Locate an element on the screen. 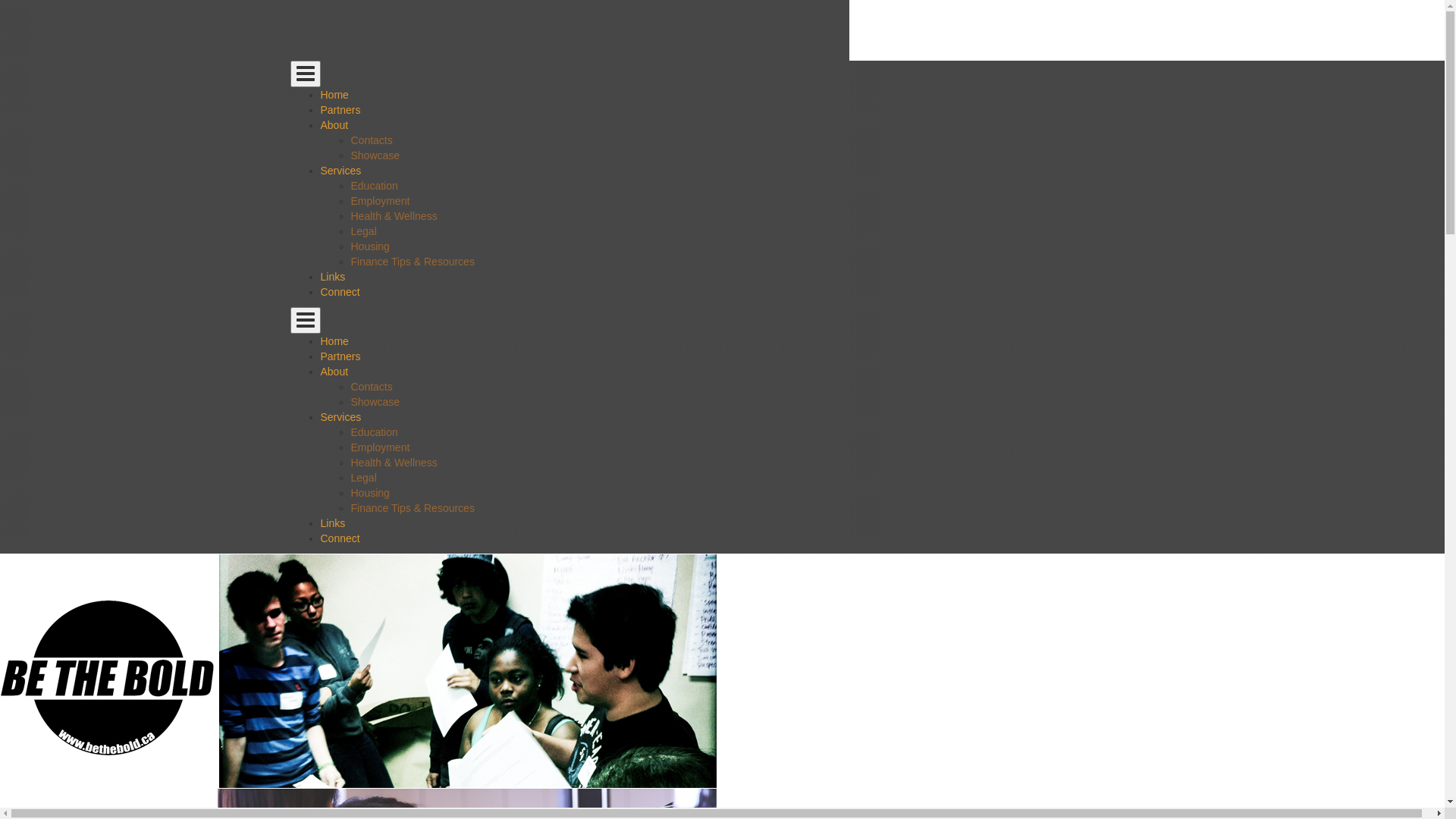 This screenshot has height=819, width=1456. 'Links' is located at coordinates (331, 277).